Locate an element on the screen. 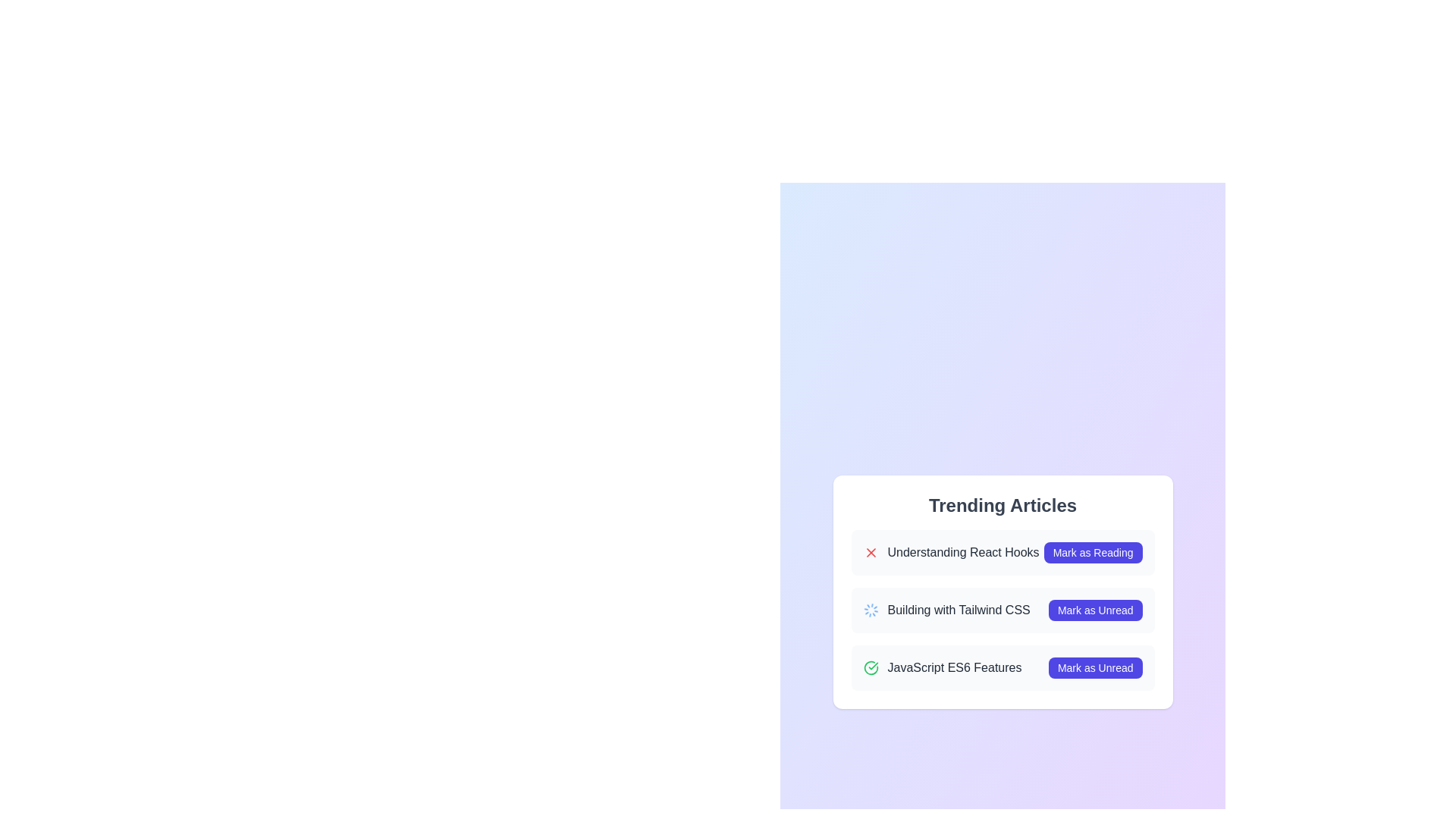 Image resolution: width=1456 pixels, height=819 pixels. the text fragment 'JavaScript ES6 Features', which is styled with medium font weight and dark gray color is located at coordinates (953, 667).